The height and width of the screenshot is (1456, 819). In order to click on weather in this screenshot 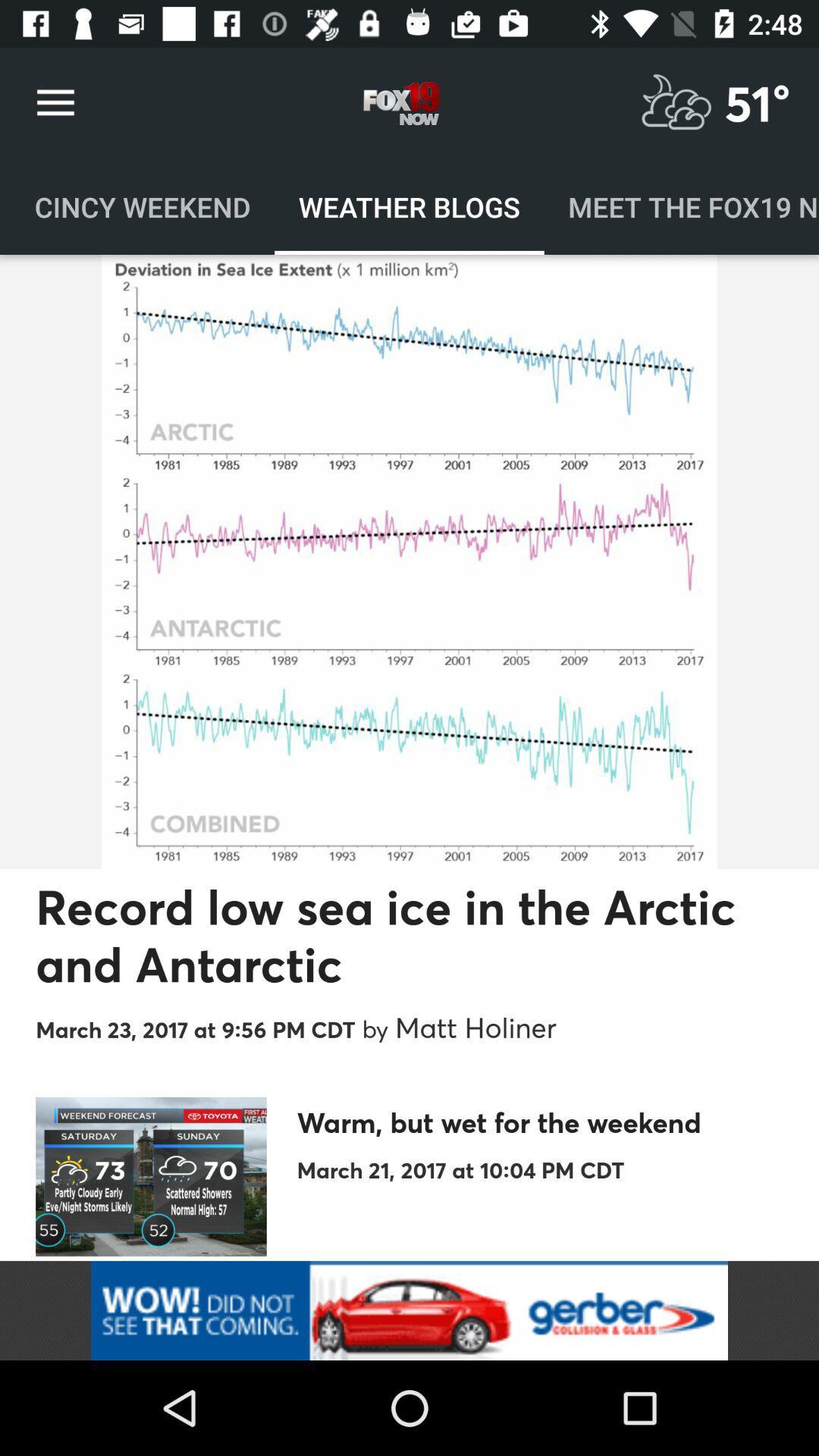, I will do `click(676, 102)`.